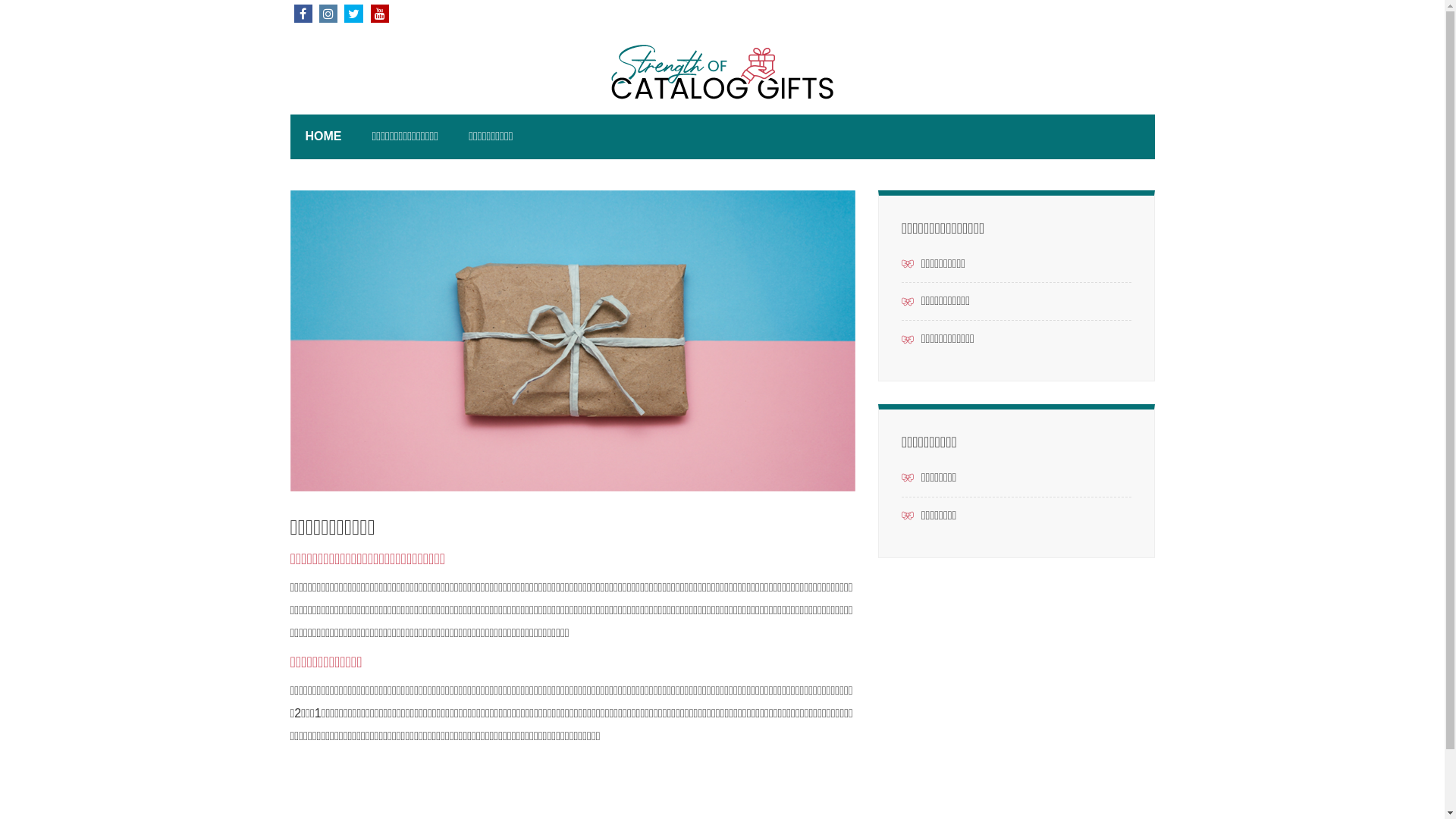 The width and height of the screenshot is (1456, 819). What do you see at coordinates (327, 14) in the screenshot?
I see `'INSTAGRAM'` at bounding box center [327, 14].